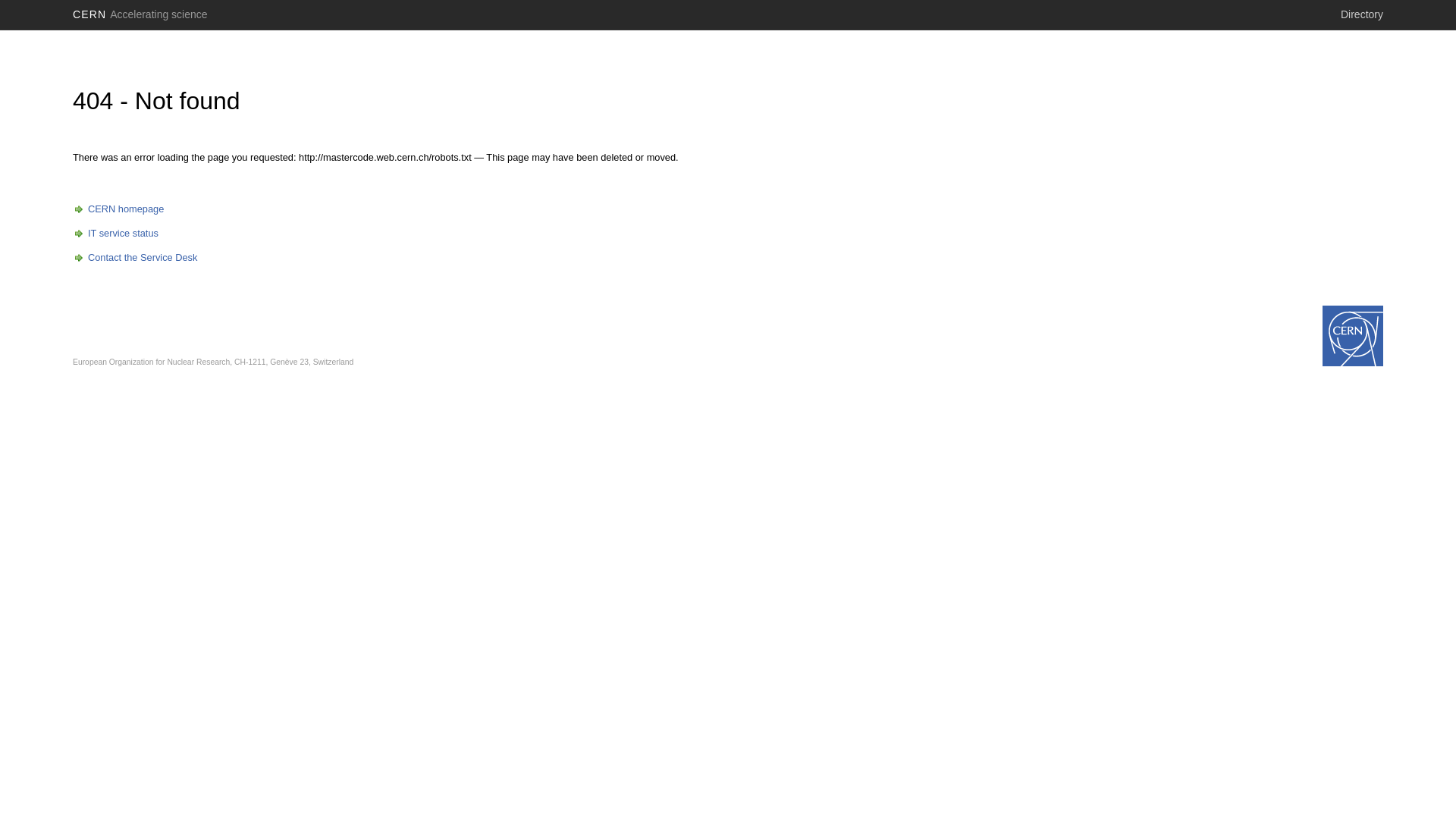  Describe the element at coordinates (1321, 335) in the screenshot. I see `'www.cern.ch'` at that location.